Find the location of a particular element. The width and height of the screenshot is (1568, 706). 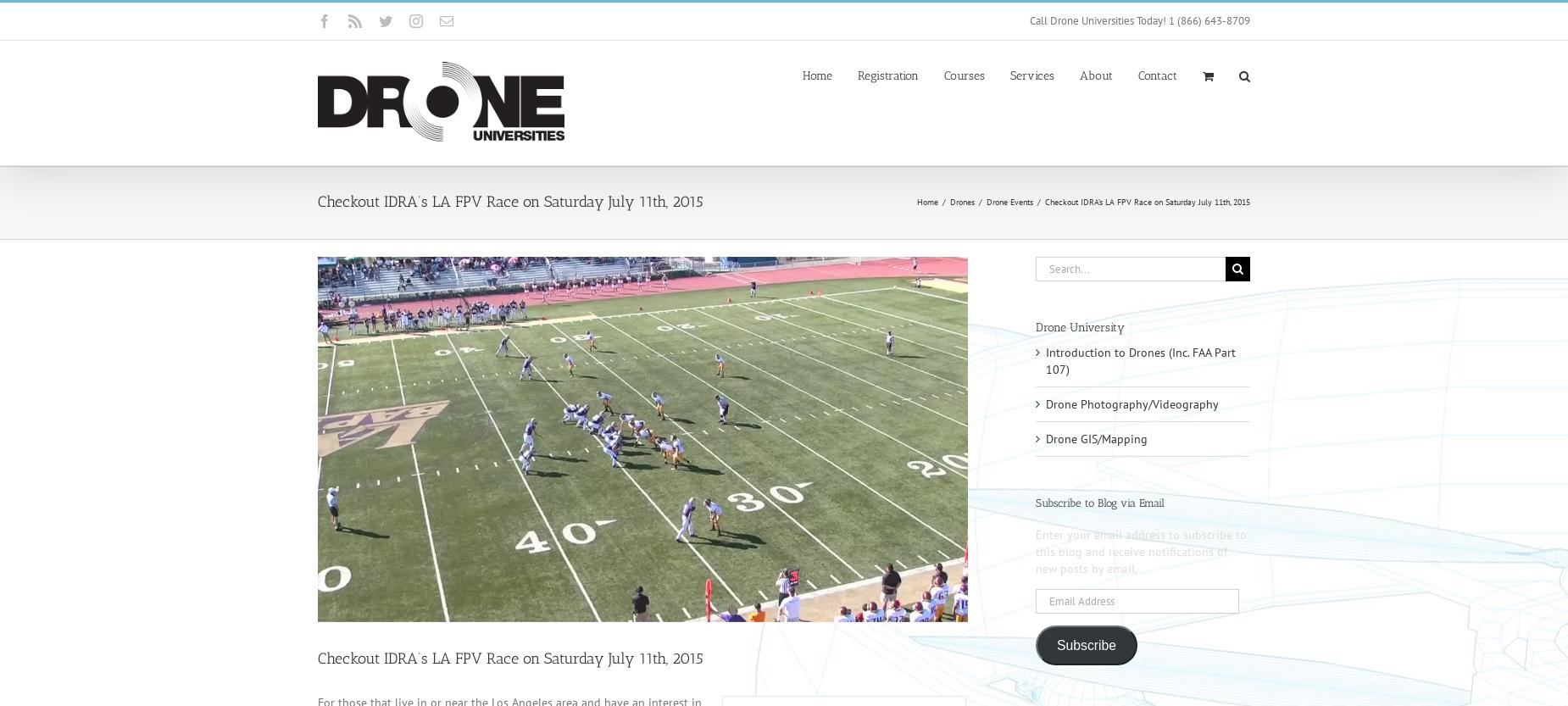

'Financial Aid' is located at coordinates (1213, 175).